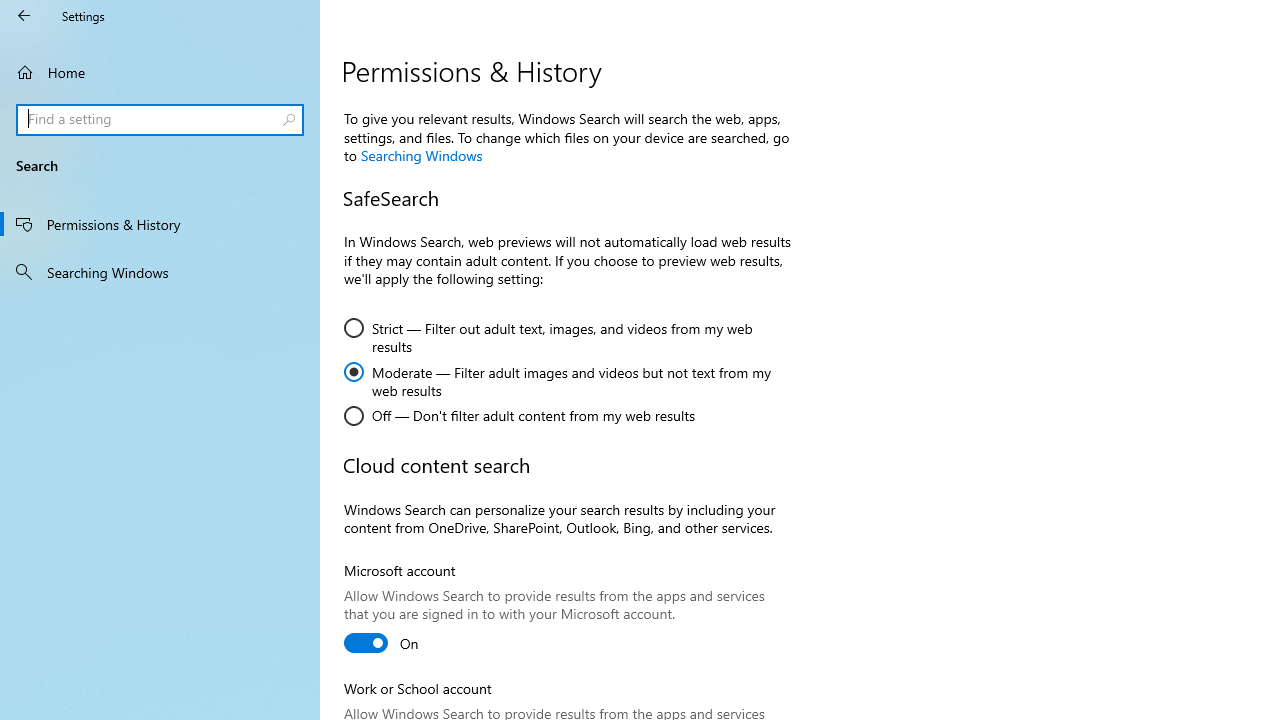  Describe the element at coordinates (24, 15) in the screenshot. I see `'Back'` at that location.